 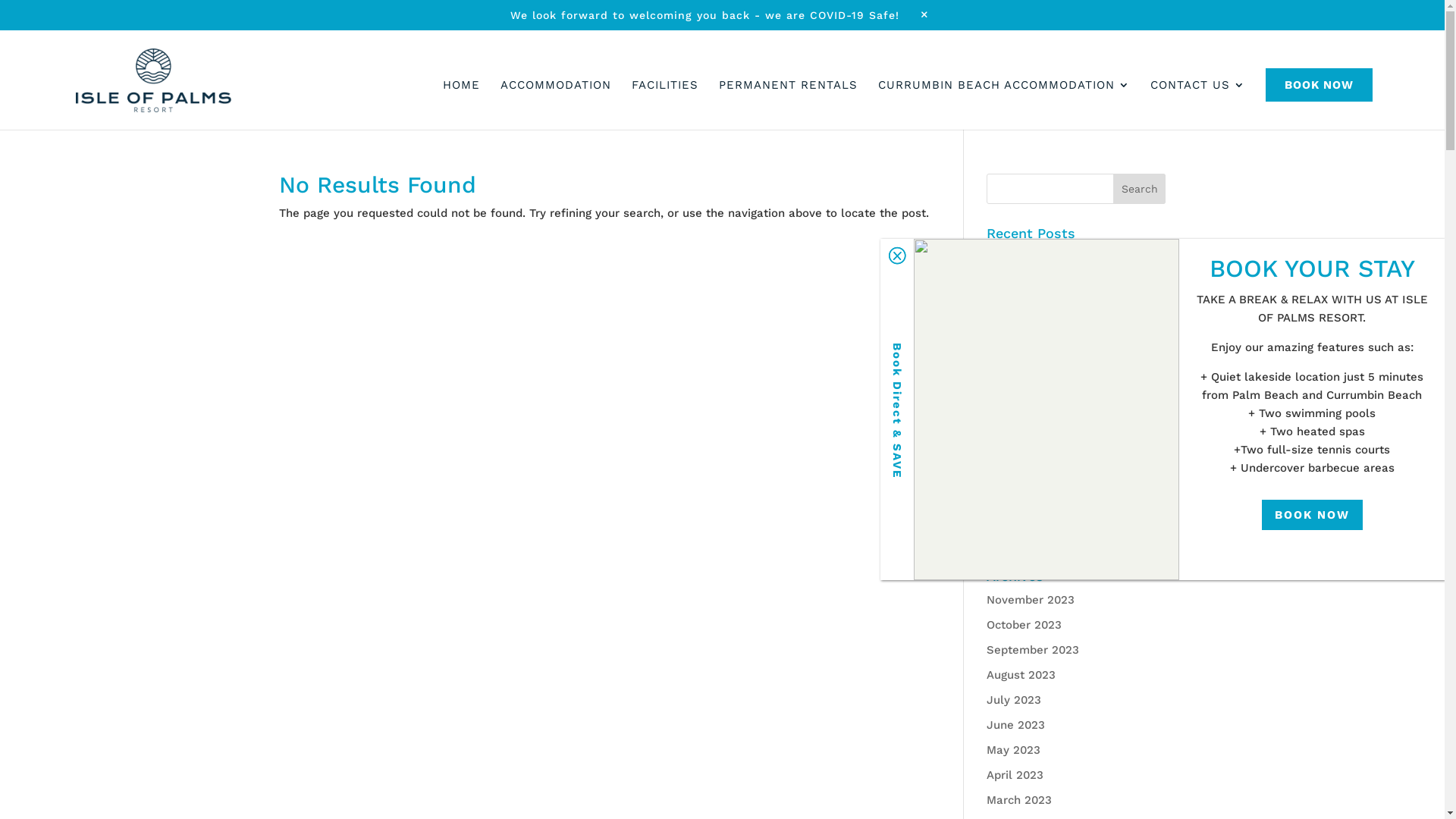 I want to click on 'May 2023', so click(x=1013, y=748).